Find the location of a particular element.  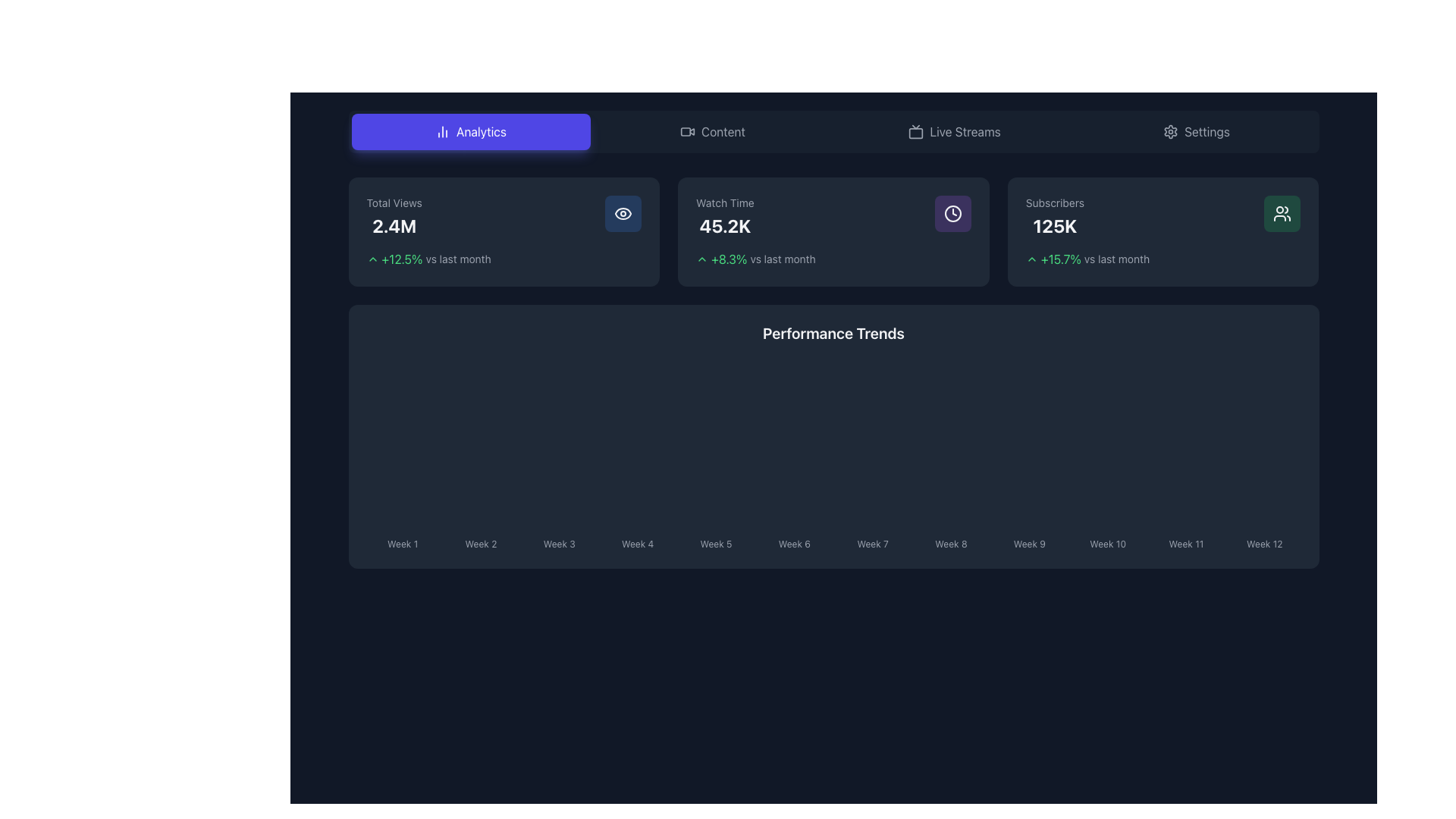

the static text label displaying '45.2K' in bold, large sans-serif font, located under the 'Watch Time' panel is located at coordinates (724, 225).